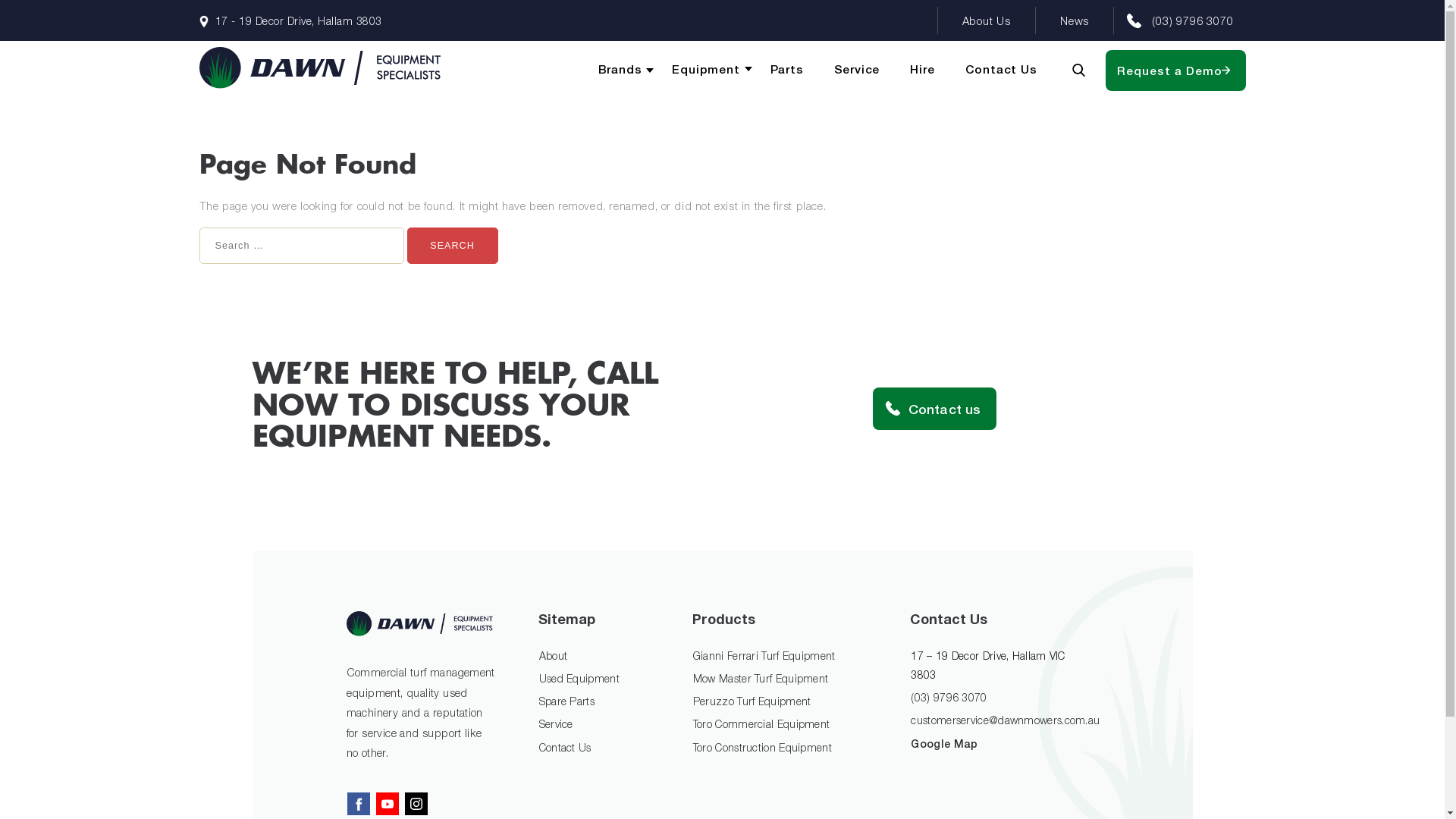 Image resolution: width=1456 pixels, height=819 pixels. What do you see at coordinates (620, 70) in the screenshot?
I see `'Brands'` at bounding box center [620, 70].